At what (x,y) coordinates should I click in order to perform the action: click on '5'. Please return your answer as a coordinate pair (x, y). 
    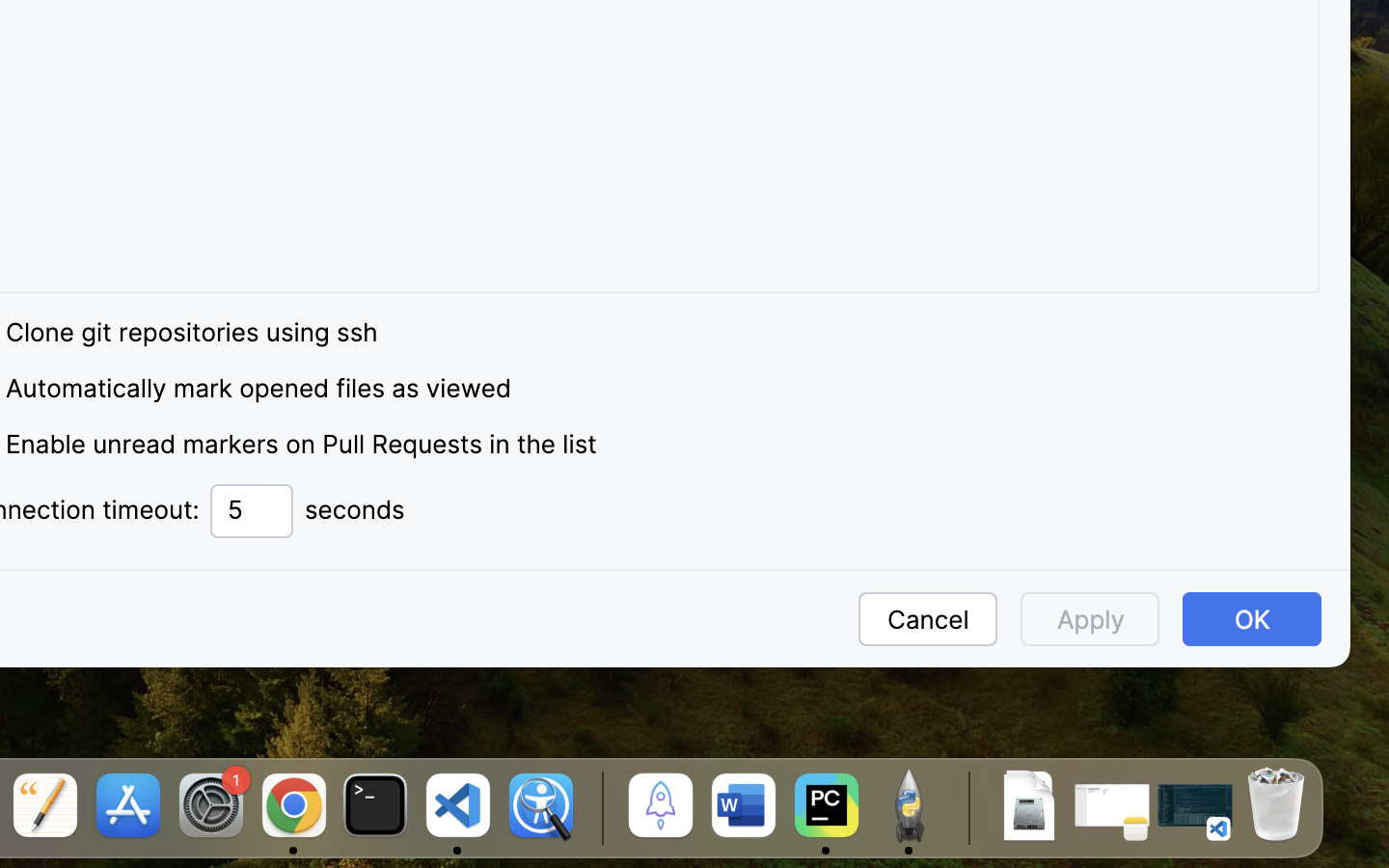
    Looking at the image, I should click on (251, 510).